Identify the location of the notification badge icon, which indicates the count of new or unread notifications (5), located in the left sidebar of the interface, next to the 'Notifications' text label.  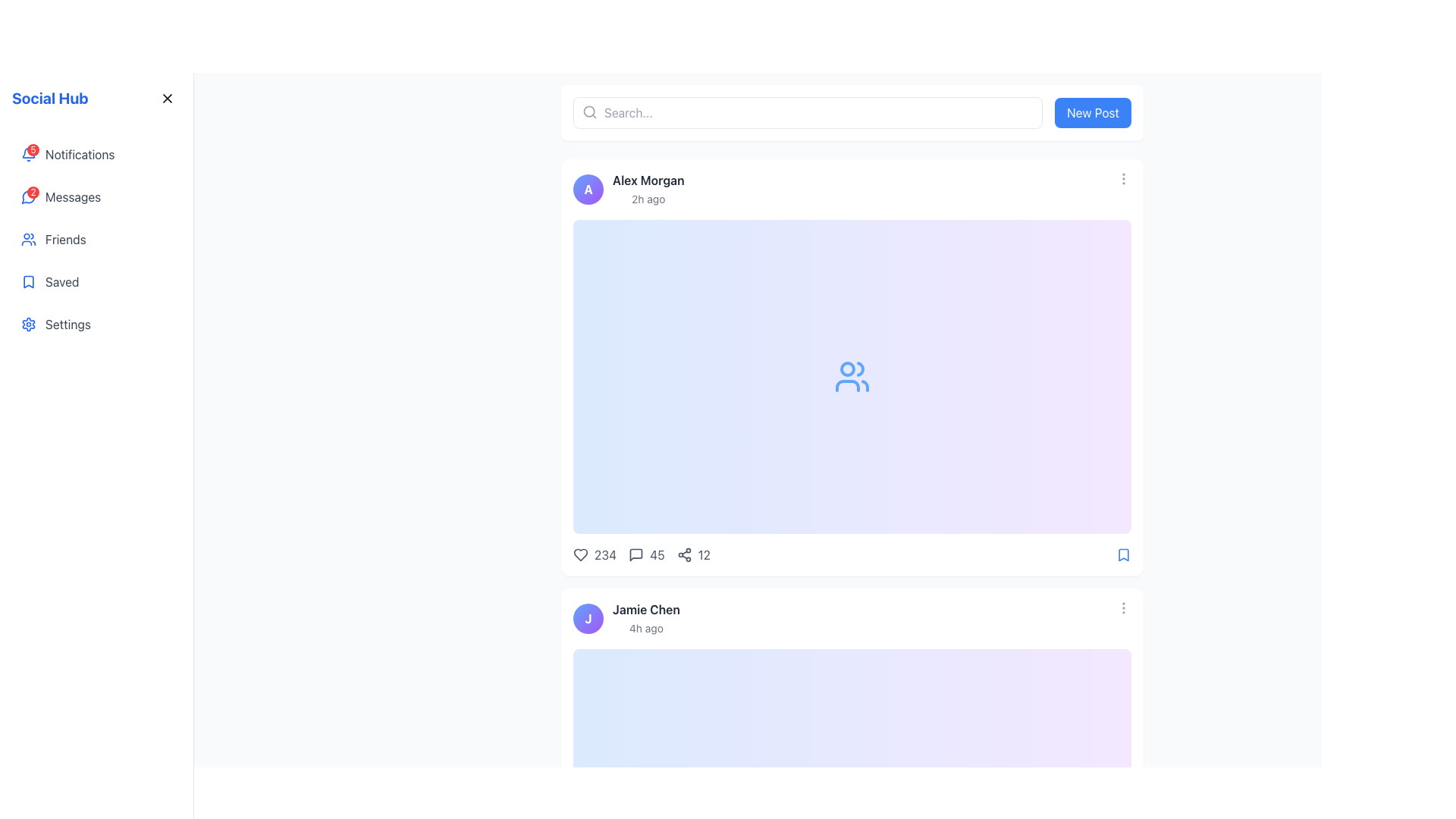
(29, 155).